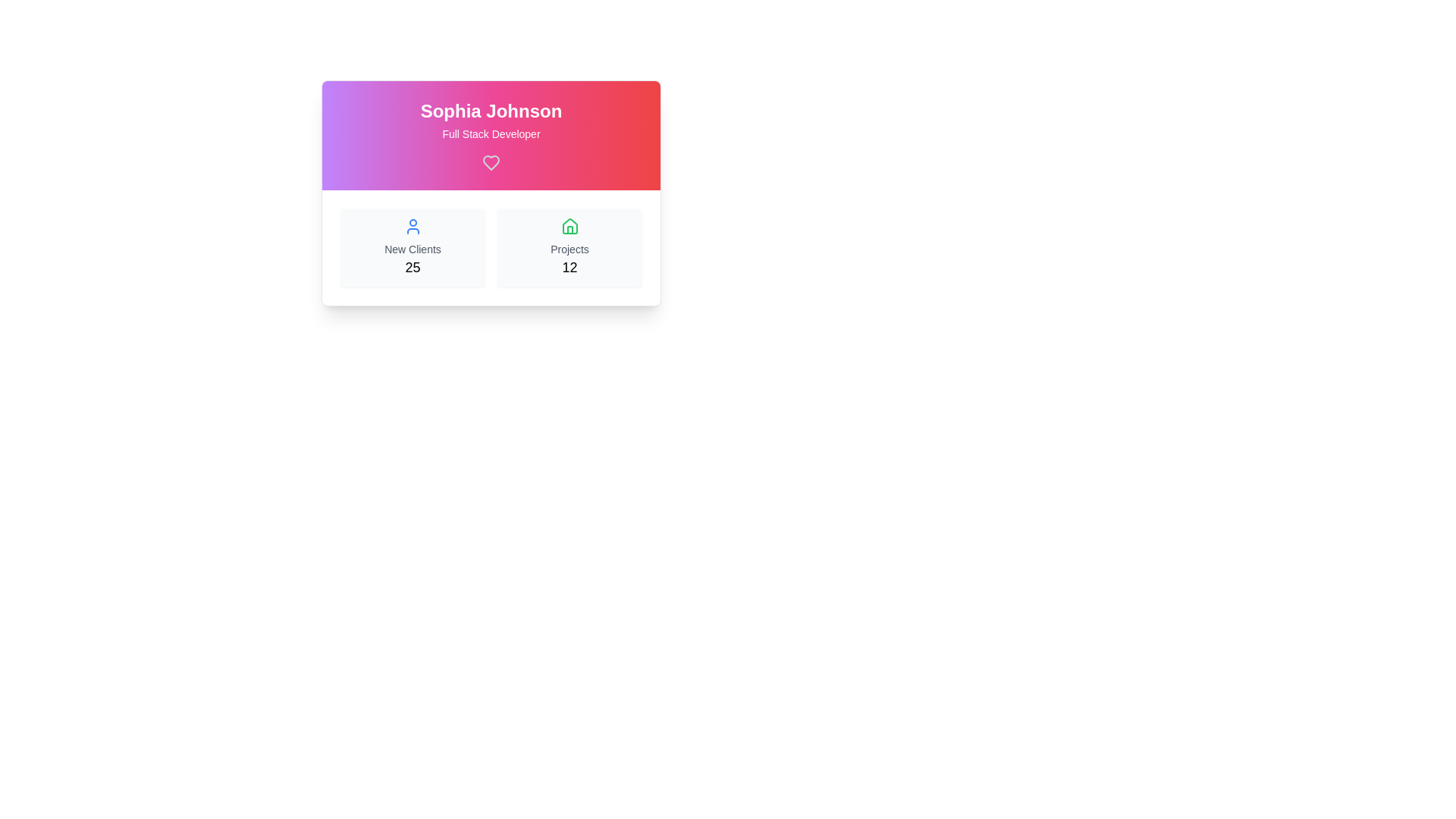 The width and height of the screenshot is (1456, 819). What do you see at coordinates (569, 227) in the screenshot?
I see `the 'Projects' icon located centrally within the card that displays the title 'Projects' and the number '12'` at bounding box center [569, 227].